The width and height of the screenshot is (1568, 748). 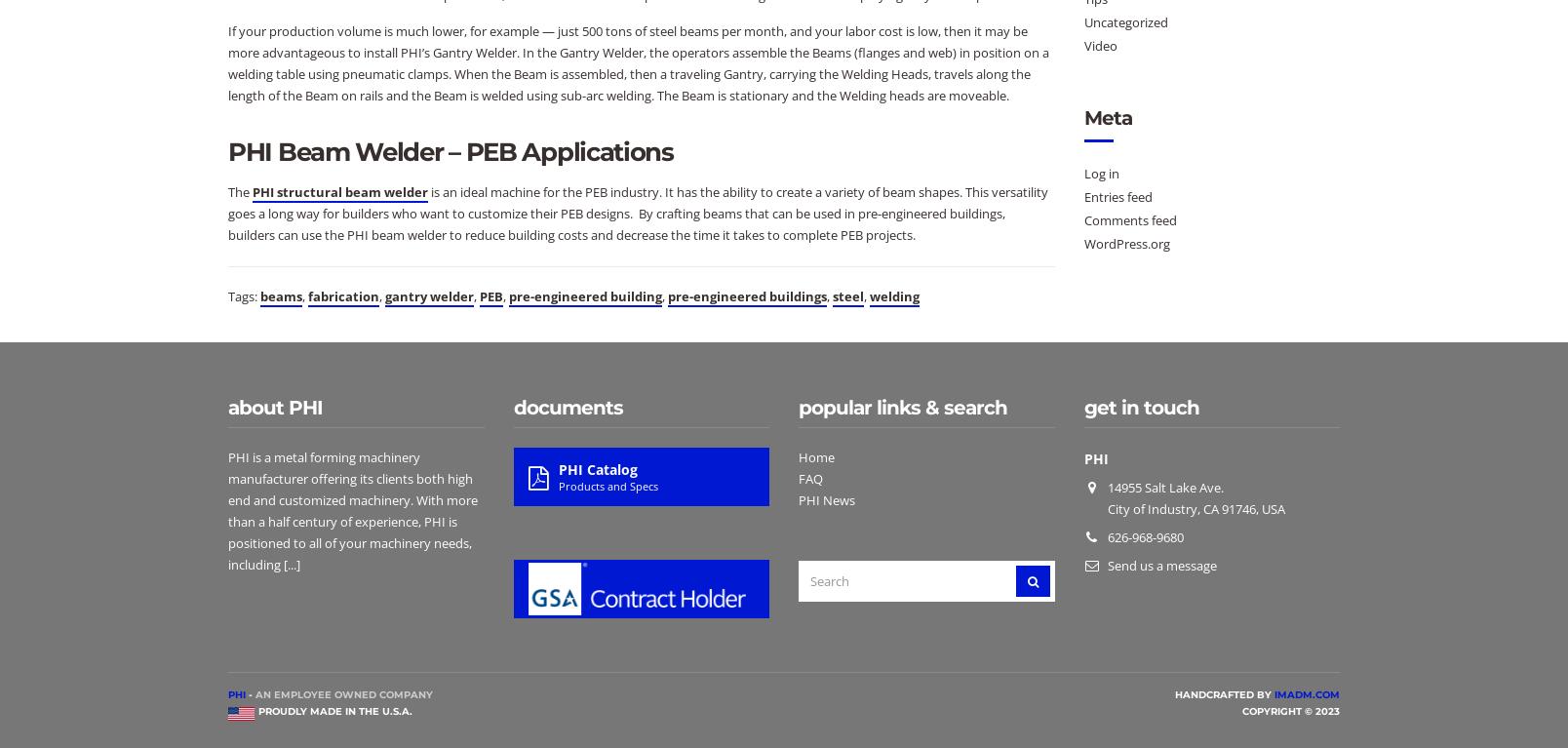 What do you see at coordinates (1125, 20) in the screenshot?
I see `'Uncategorized'` at bounding box center [1125, 20].